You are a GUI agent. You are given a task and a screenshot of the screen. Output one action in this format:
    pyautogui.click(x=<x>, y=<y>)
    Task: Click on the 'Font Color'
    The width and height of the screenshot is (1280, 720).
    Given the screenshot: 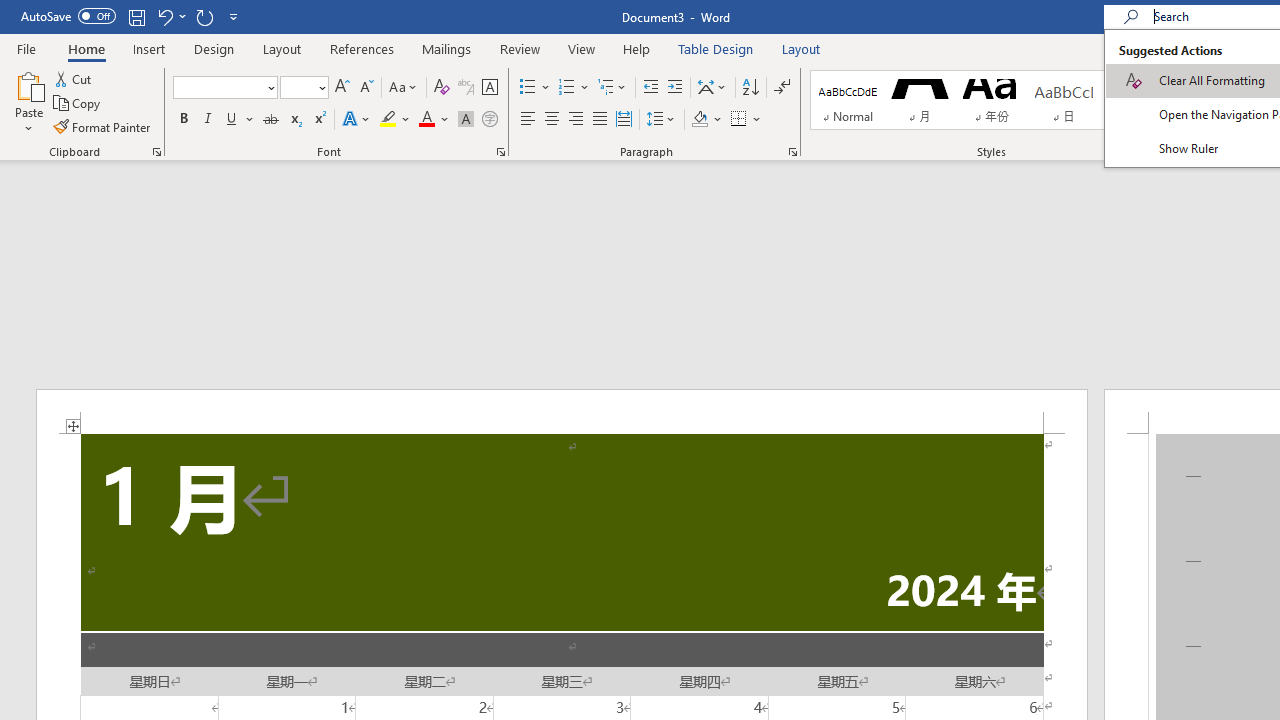 What is the action you would take?
    pyautogui.click(x=433, y=119)
    